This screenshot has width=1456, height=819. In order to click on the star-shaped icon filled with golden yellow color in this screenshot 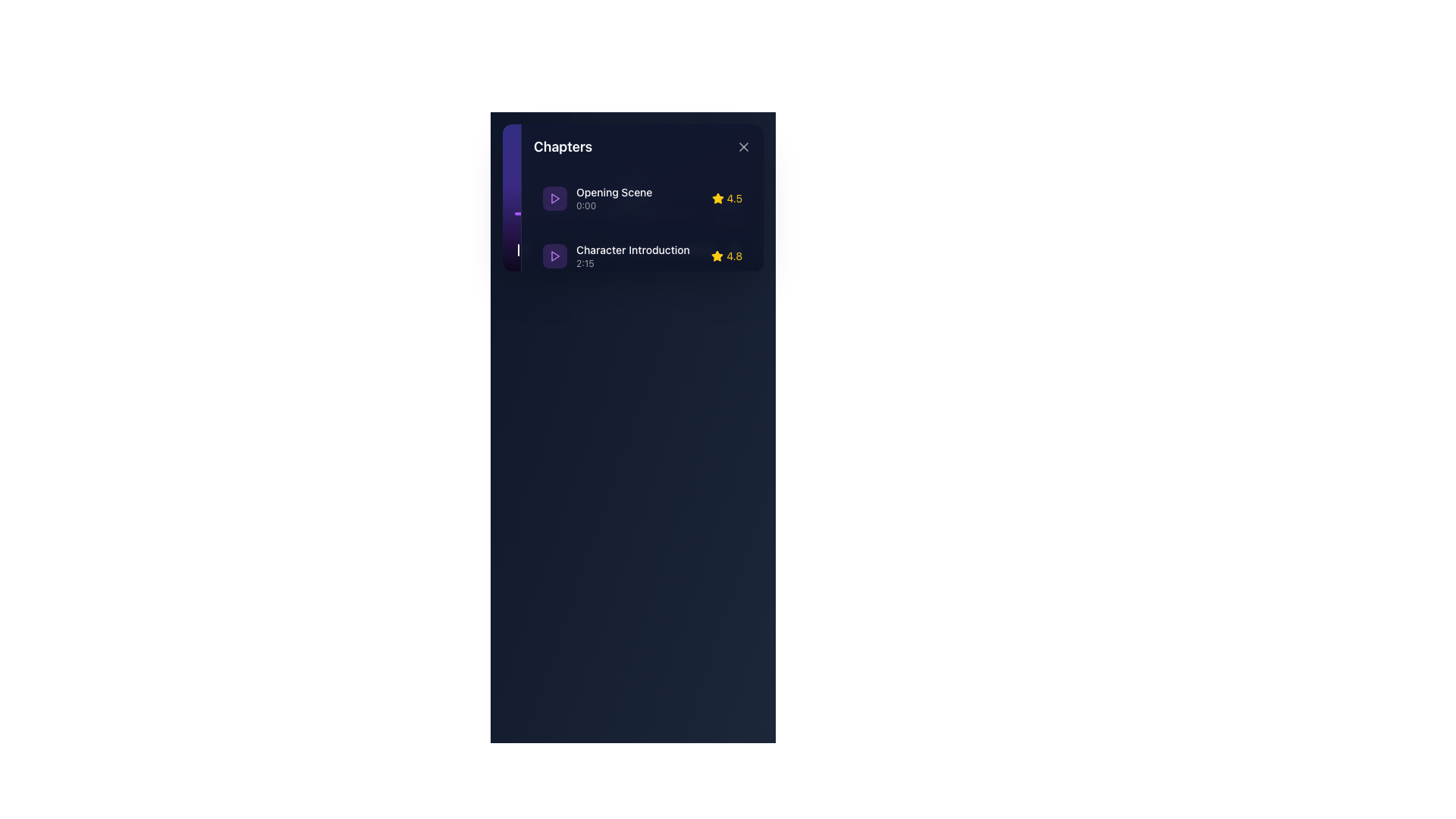, I will do `click(717, 255)`.